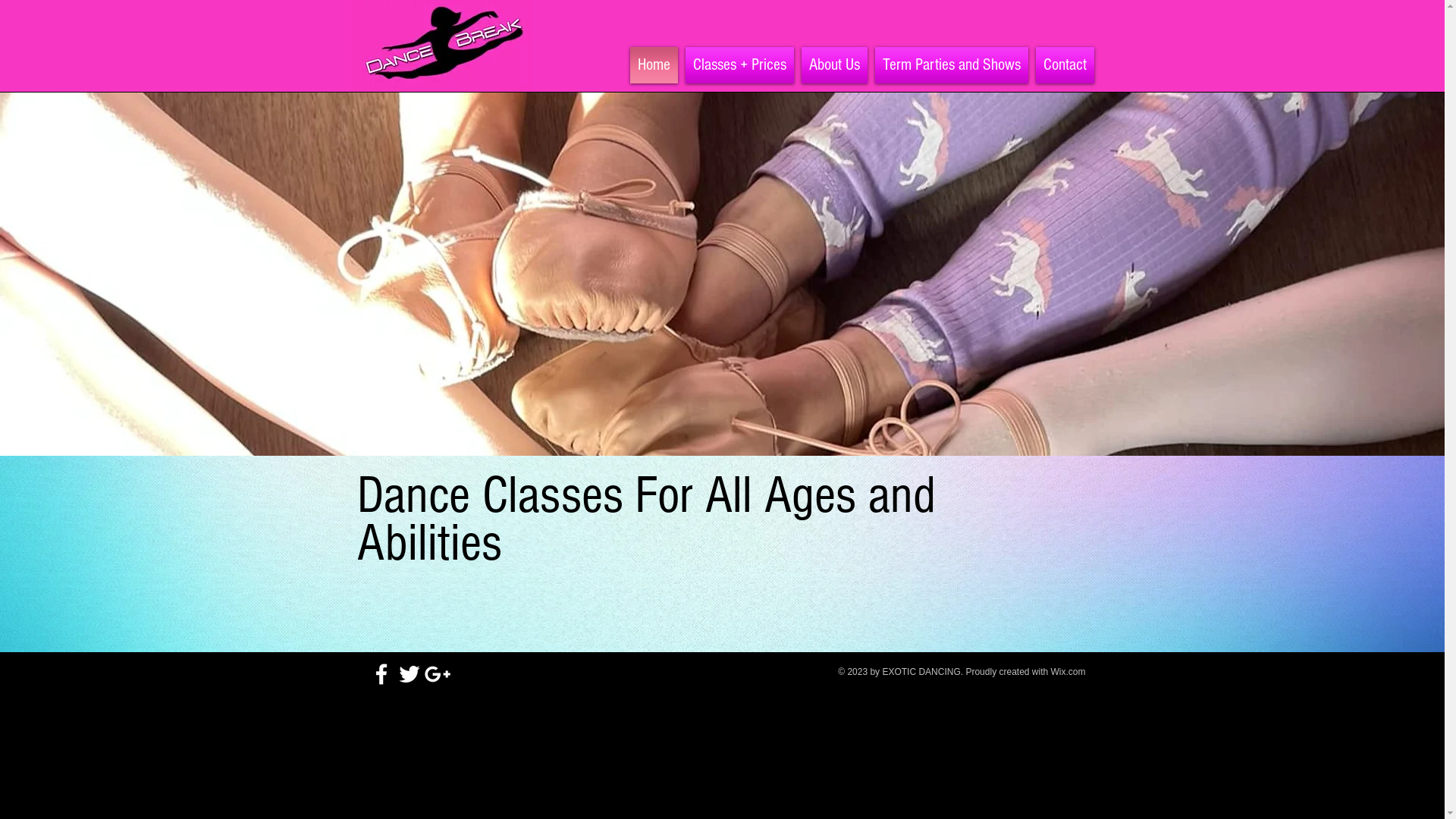  What do you see at coordinates (1031, 64) in the screenshot?
I see `'Contact'` at bounding box center [1031, 64].